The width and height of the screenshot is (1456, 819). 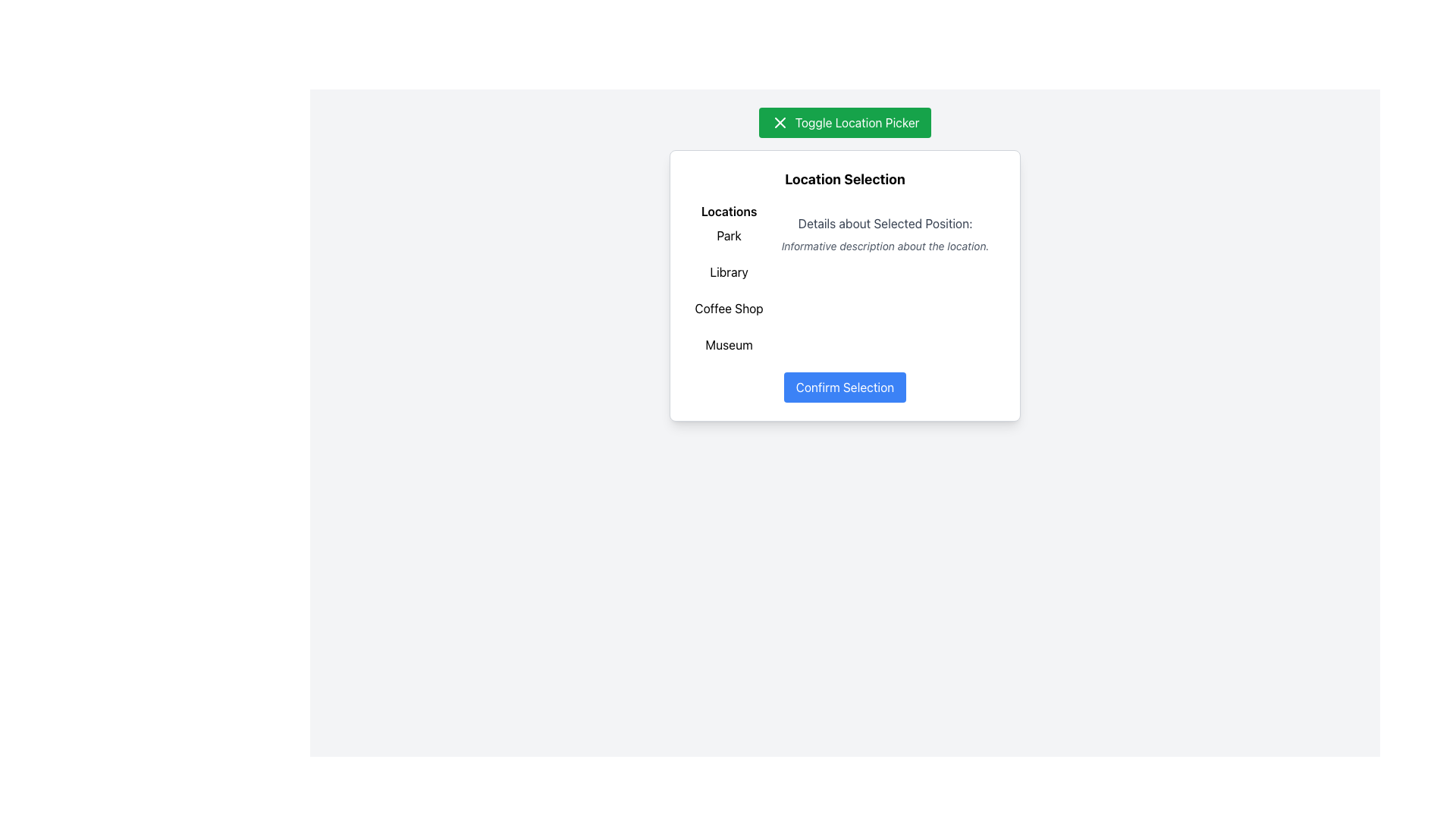 What do you see at coordinates (885, 223) in the screenshot?
I see `text label that serves as a heading for the information description, located at the center of the modal` at bounding box center [885, 223].